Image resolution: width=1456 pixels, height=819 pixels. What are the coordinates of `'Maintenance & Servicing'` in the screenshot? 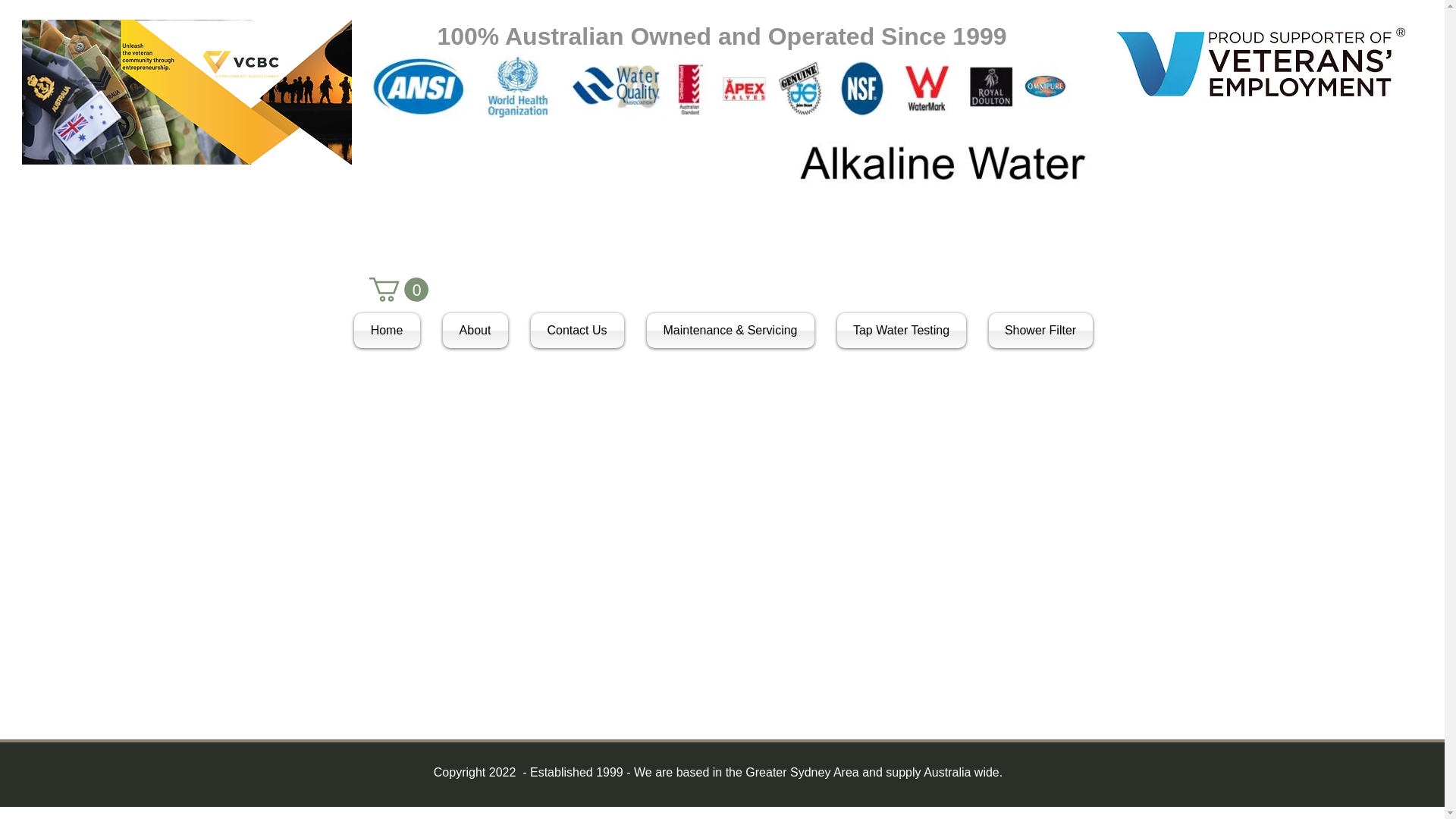 It's located at (730, 329).